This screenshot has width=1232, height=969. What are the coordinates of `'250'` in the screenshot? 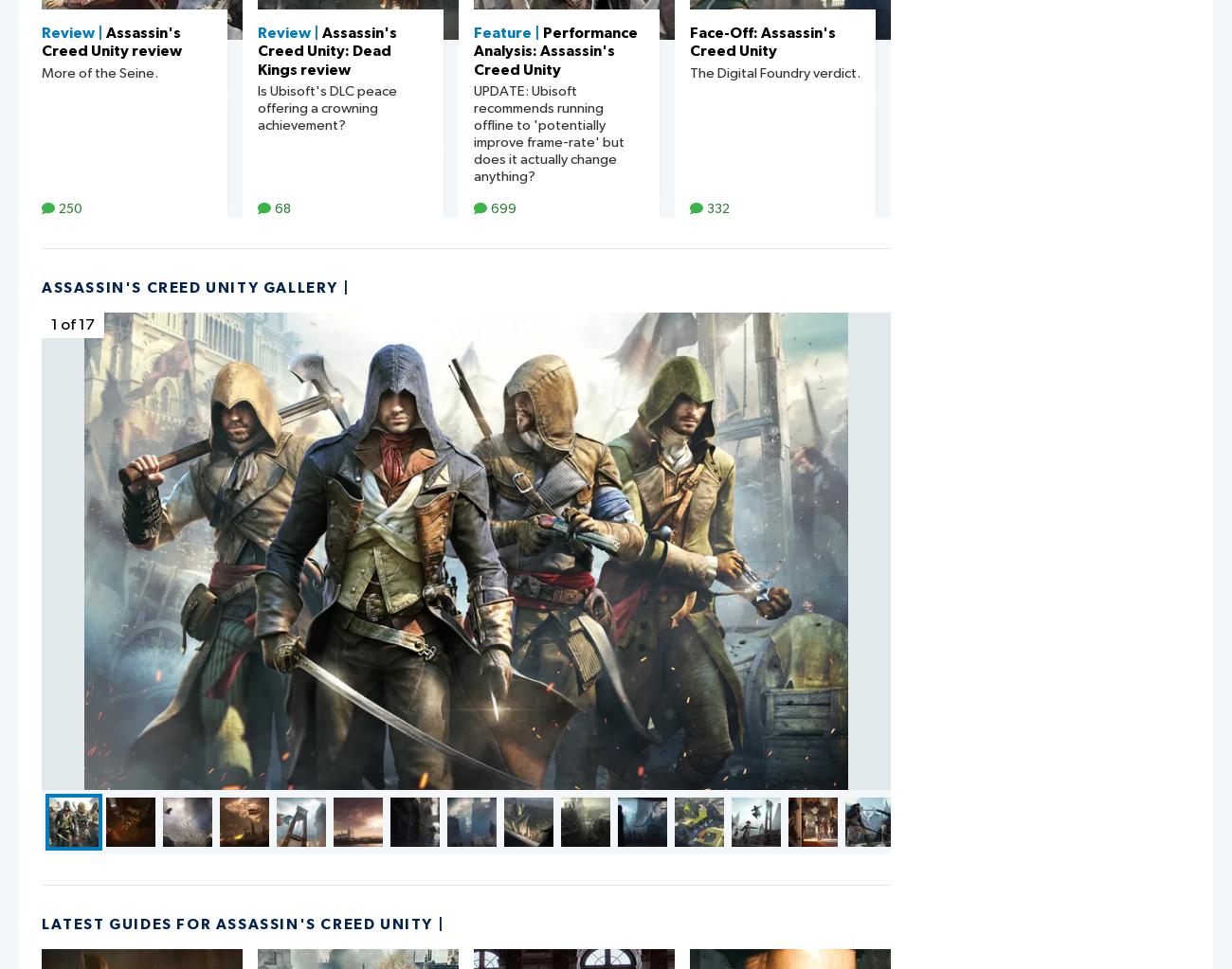 It's located at (59, 207).